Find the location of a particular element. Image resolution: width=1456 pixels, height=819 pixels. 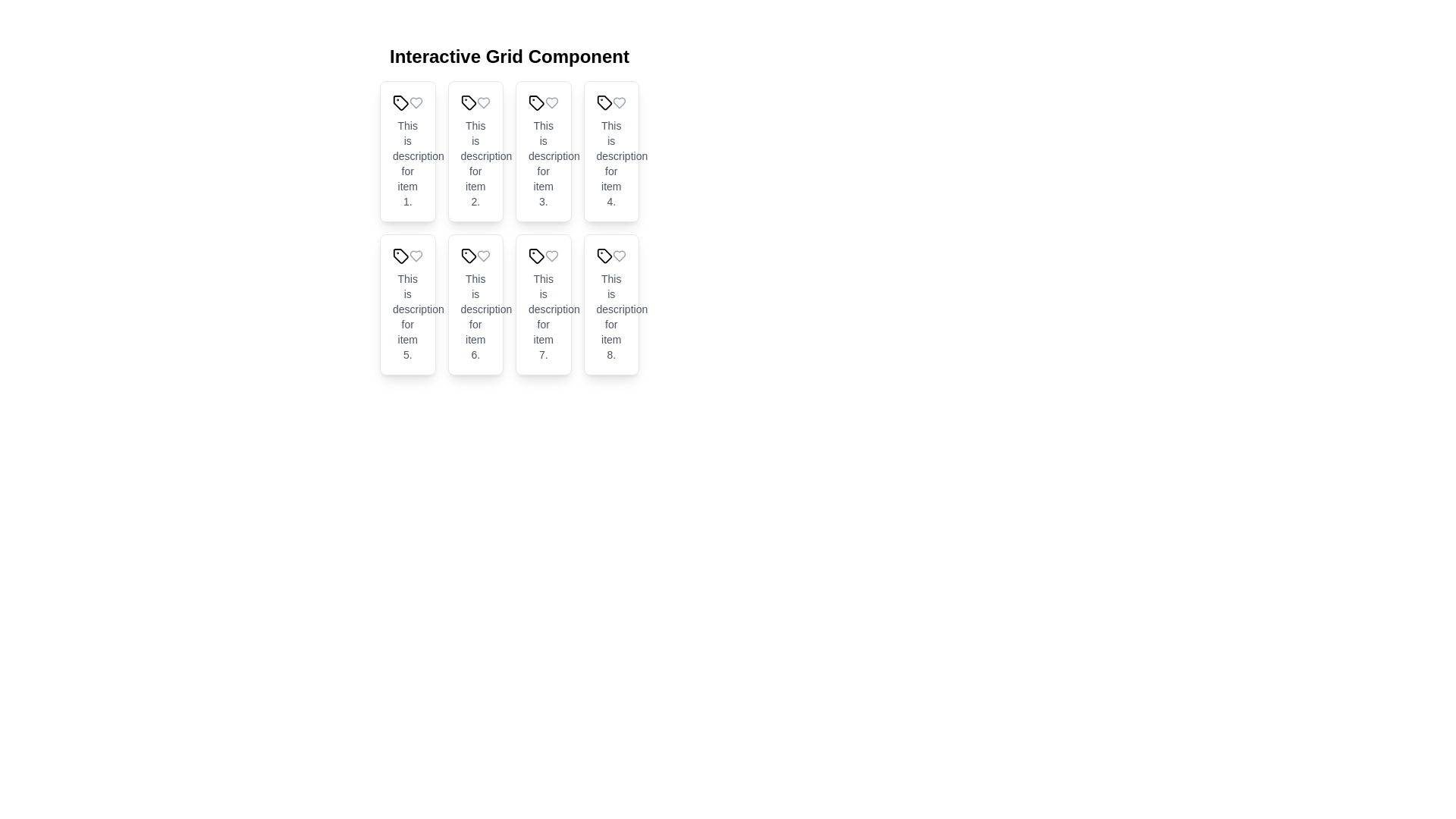

text content of the gray text block that says 'This is description for item 8.' located below the heart icon in the eighth tile is located at coordinates (611, 315).